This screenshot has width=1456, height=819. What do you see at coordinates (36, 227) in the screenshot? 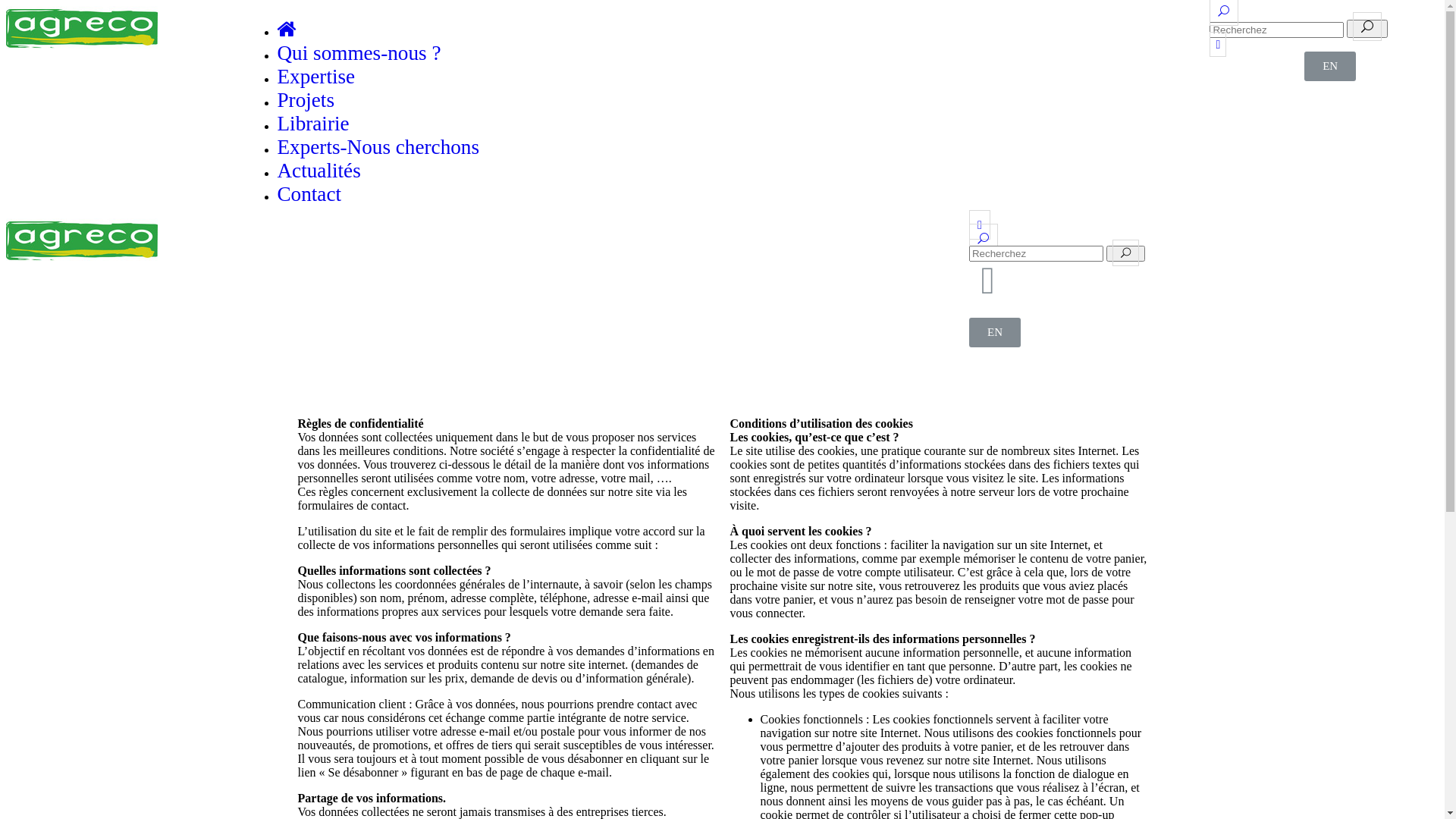
I see `'Qui sommes-nous ?'` at bounding box center [36, 227].